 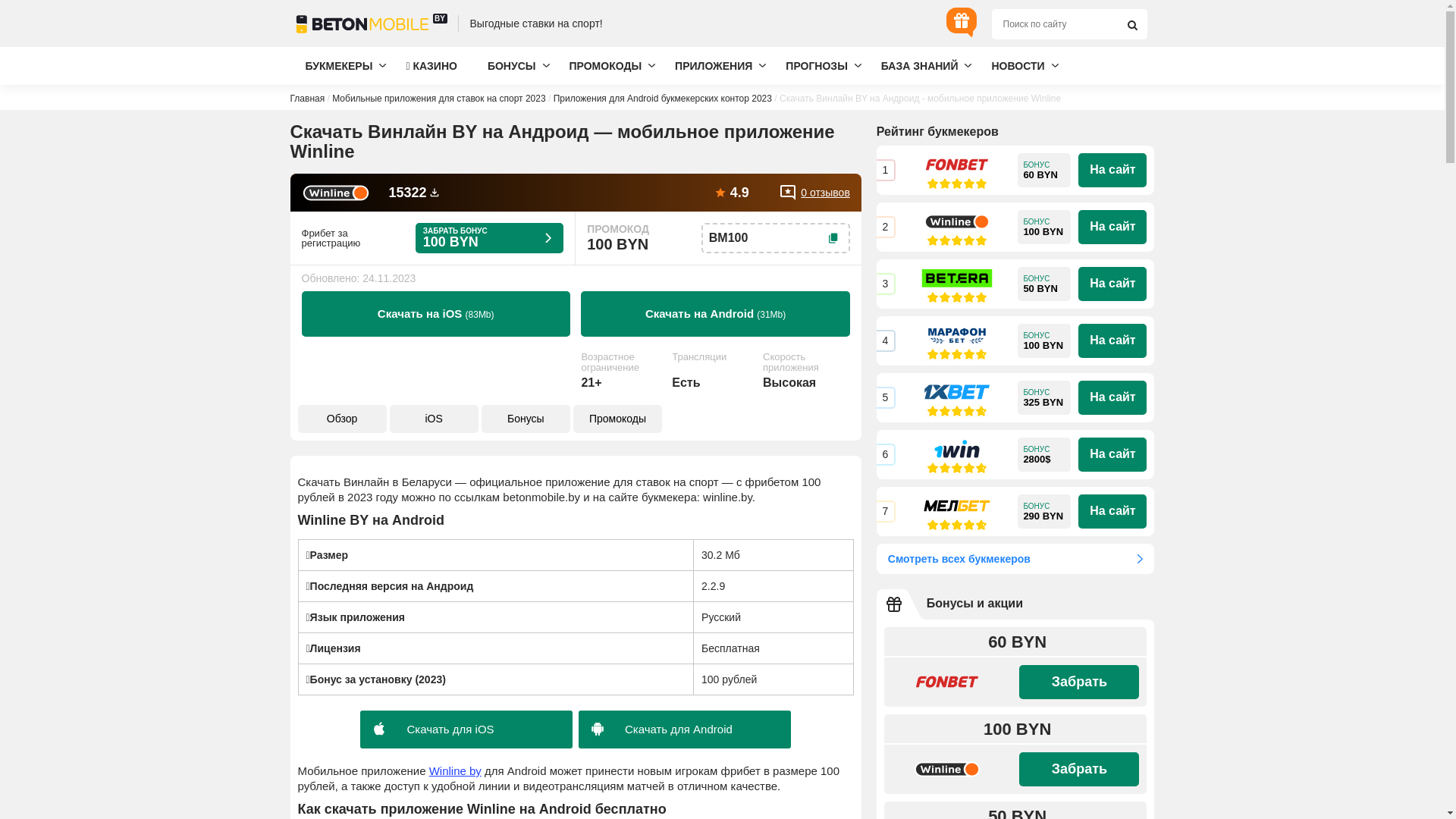 What do you see at coordinates (775, 237) in the screenshot?
I see `'BM100'` at bounding box center [775, 237].